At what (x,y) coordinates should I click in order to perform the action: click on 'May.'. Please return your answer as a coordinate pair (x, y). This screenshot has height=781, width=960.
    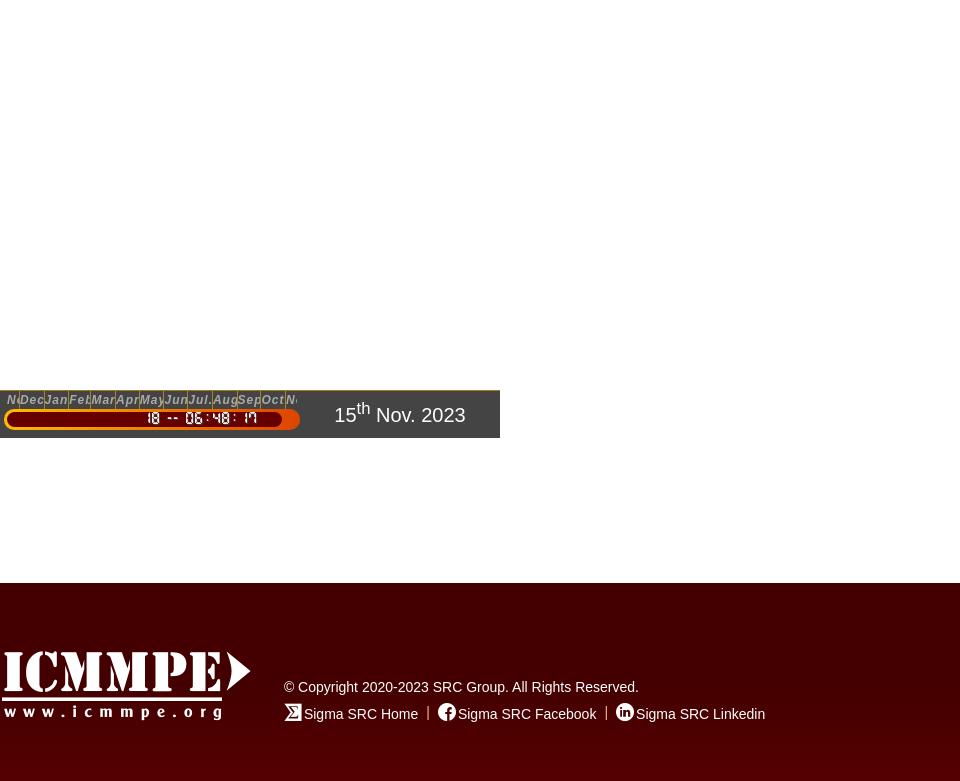
    Looking at the image, I should click on (138, 399).